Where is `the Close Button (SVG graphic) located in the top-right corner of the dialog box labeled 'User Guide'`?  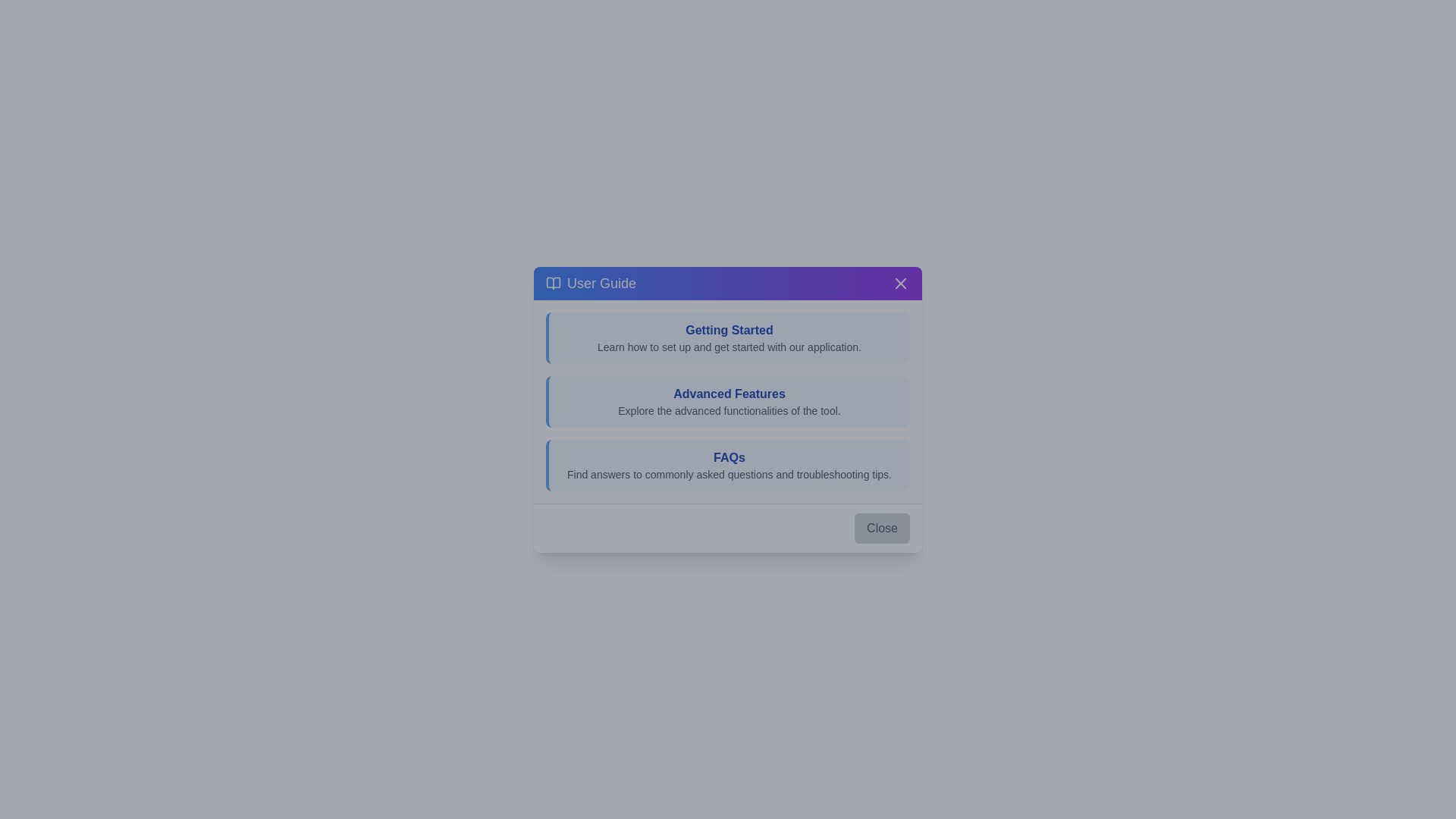
the Close Button (SVG graphic) located in the top-right corner of the dialog box labeled 'User Guide' is located at coordinates (901, 283).